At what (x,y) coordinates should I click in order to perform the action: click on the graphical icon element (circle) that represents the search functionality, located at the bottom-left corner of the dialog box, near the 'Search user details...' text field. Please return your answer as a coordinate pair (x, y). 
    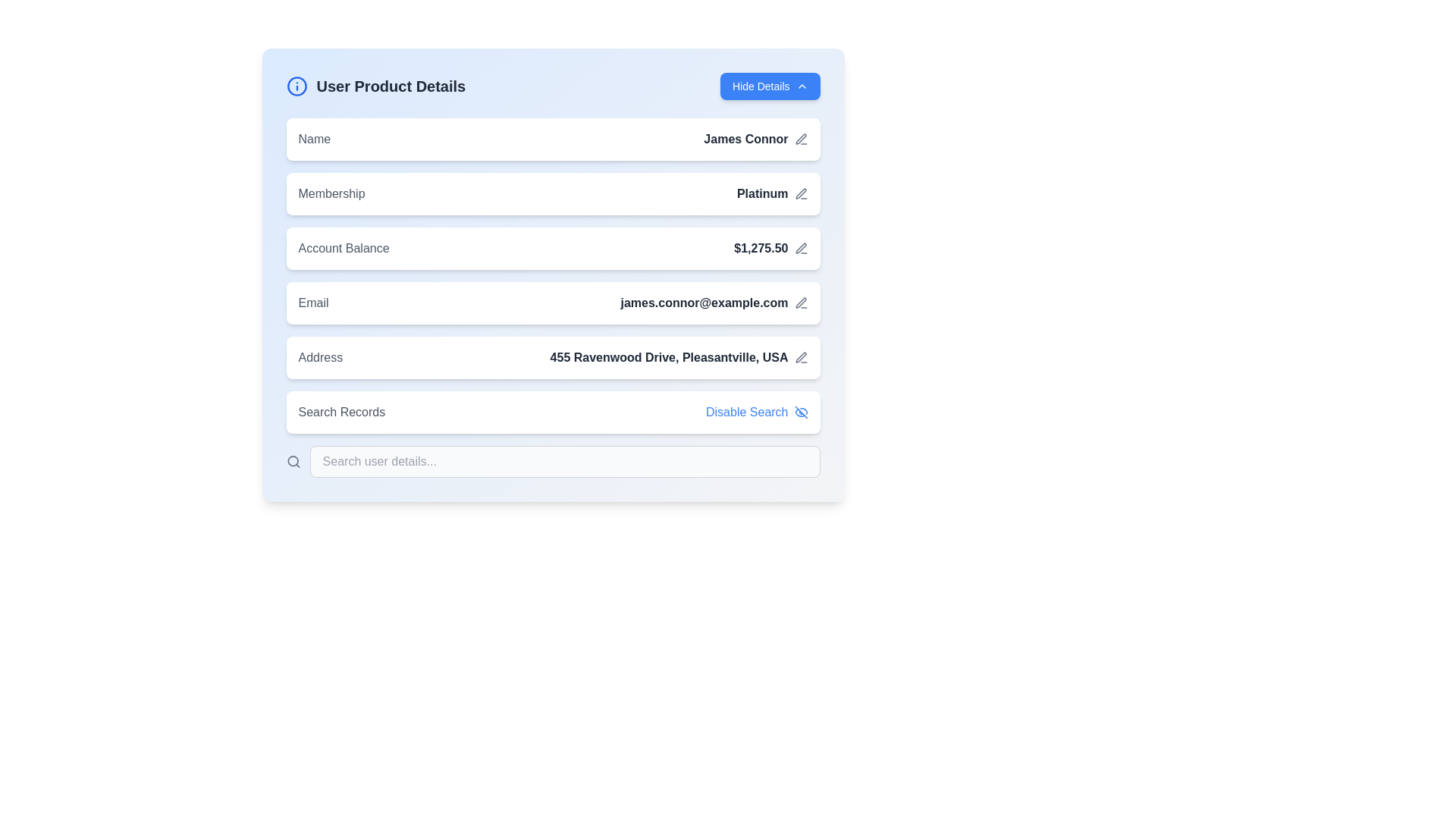
    Looking at the image, I should click on (293, 460).